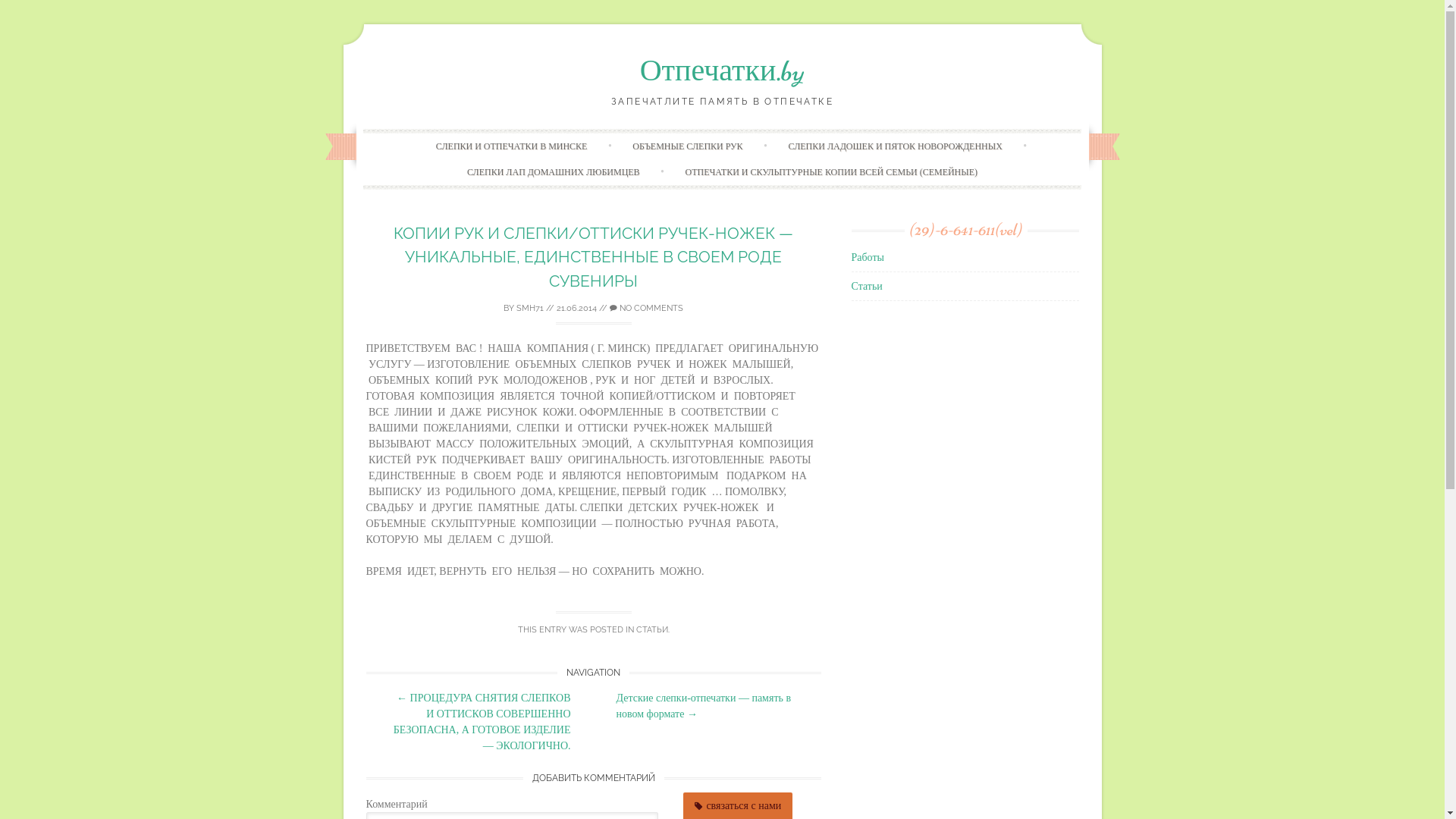 The height and width of the screenshot is (819, 1456). What do you see at coordinates (646, 307) in the screenshot?
I see `'NO COMMENTS'` at bounding box center [646, 307].